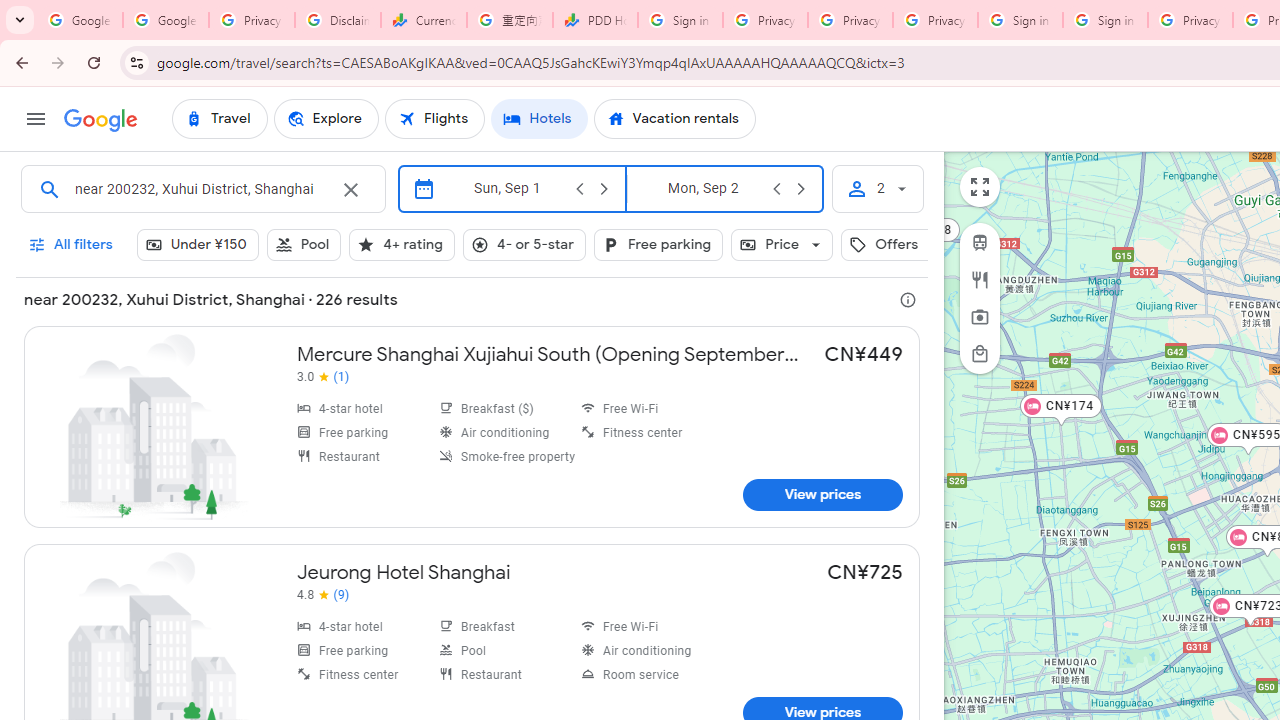 This screenshot has height=720, width=1280. What do you see at coordinates (423, 20) in the screenshot?
I see `'Currencies - Google Finance'` at bounding box center [423, 20].